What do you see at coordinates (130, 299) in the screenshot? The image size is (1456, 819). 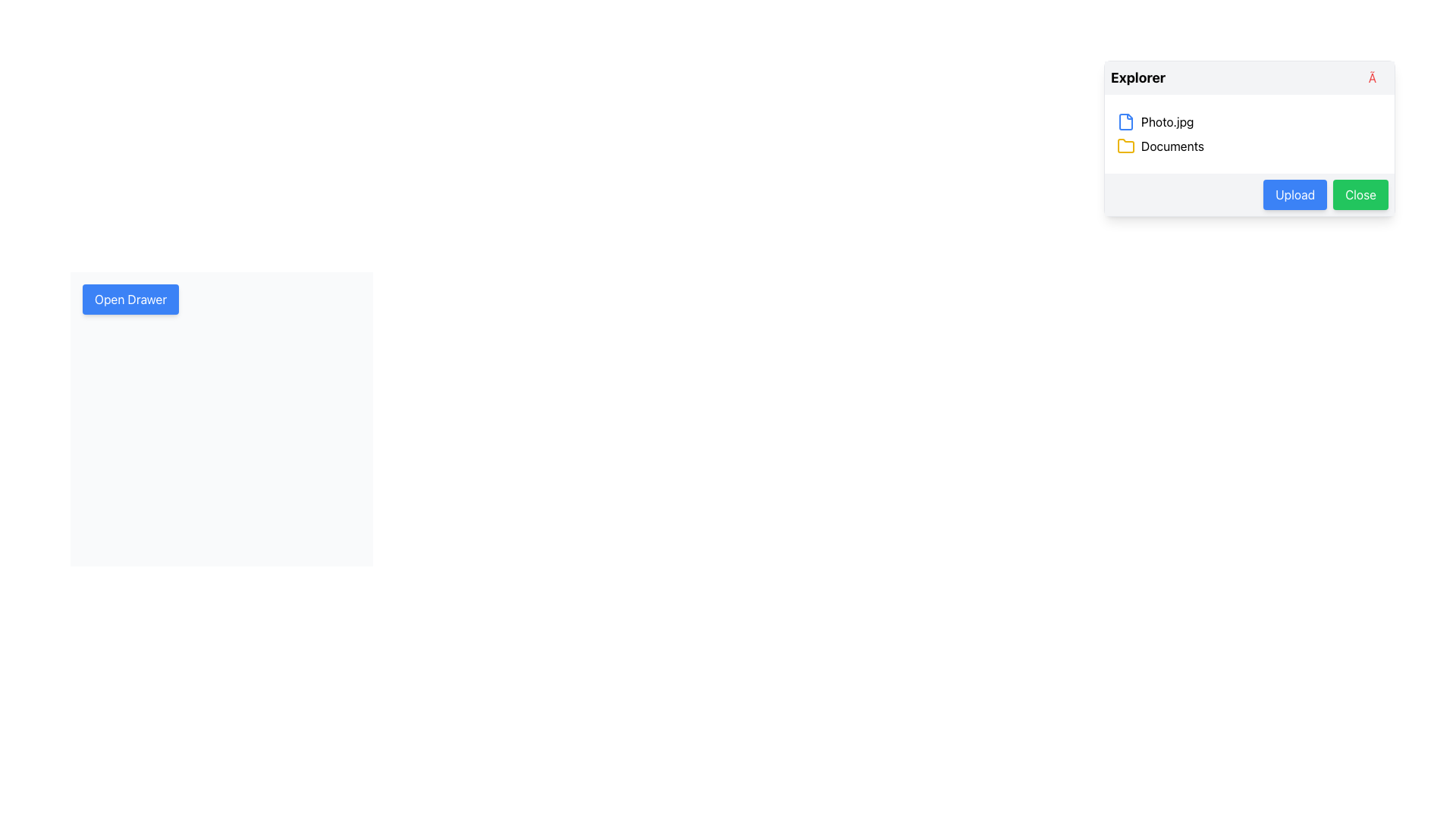 I see `the rectangular button with rounded corners labeled 'Open Drawer' that has a blue background and white text to initiate the drawer opening action` at bounding box center [130, 299].